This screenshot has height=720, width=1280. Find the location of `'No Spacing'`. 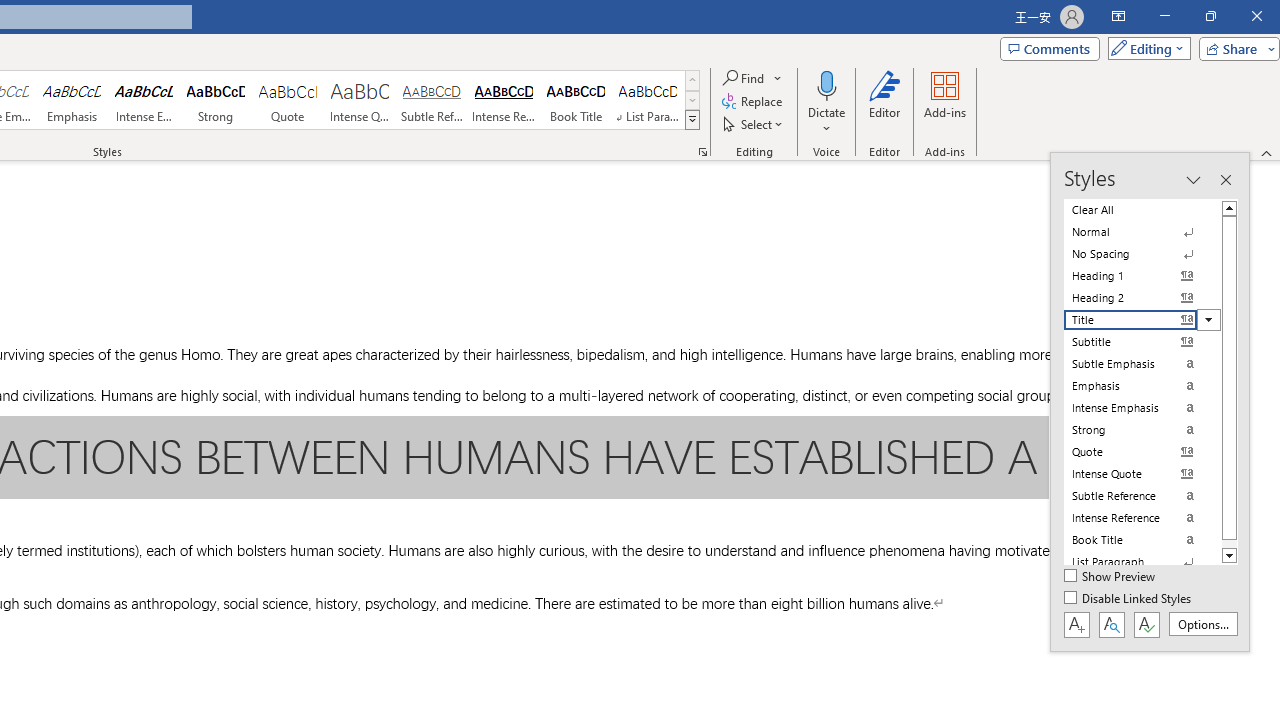

'No Spacing' is located at coordinates (1142, 253).